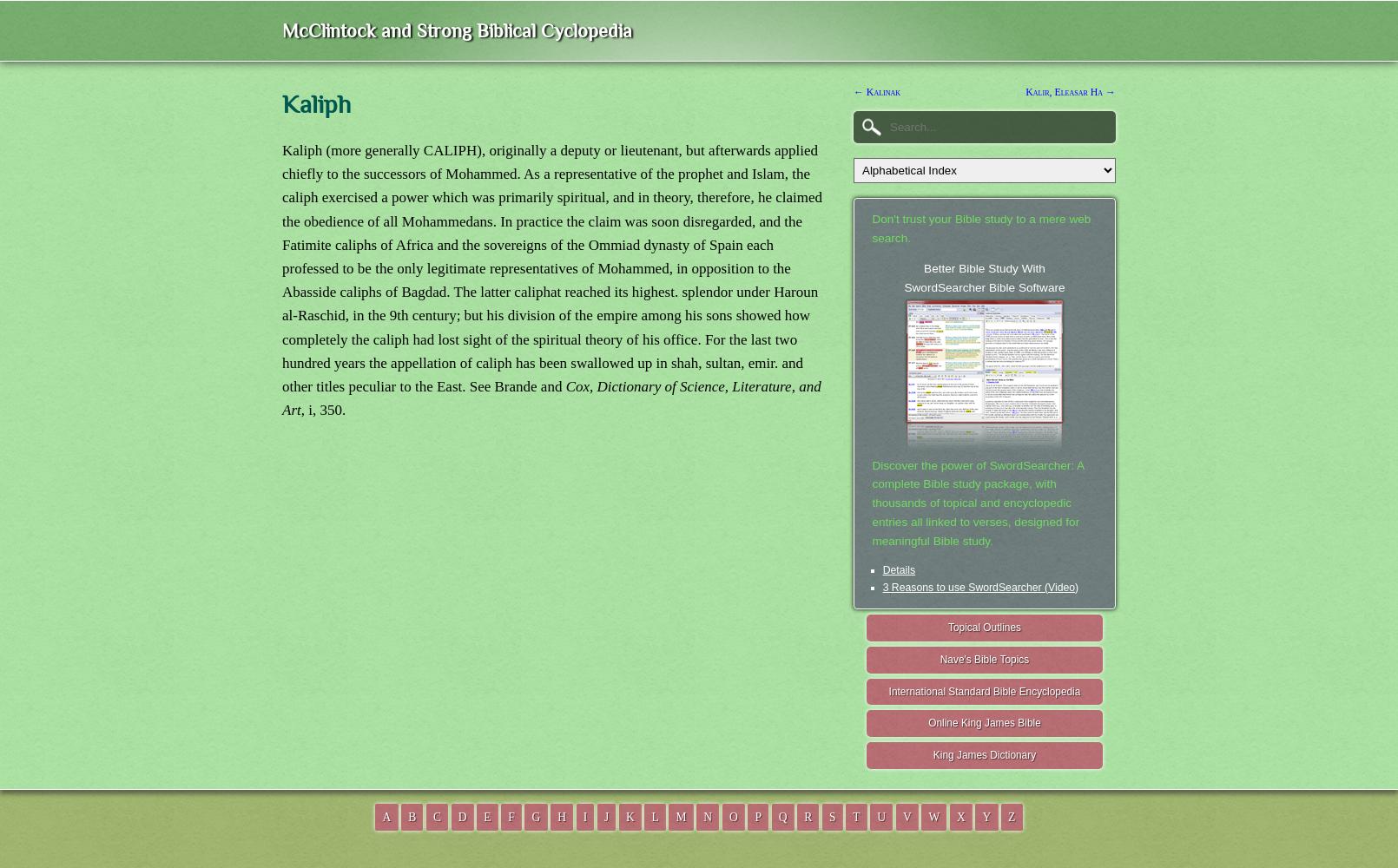  Describe the element at coordinates (629, 815) in the screenshot. I see `'K'` at that location.